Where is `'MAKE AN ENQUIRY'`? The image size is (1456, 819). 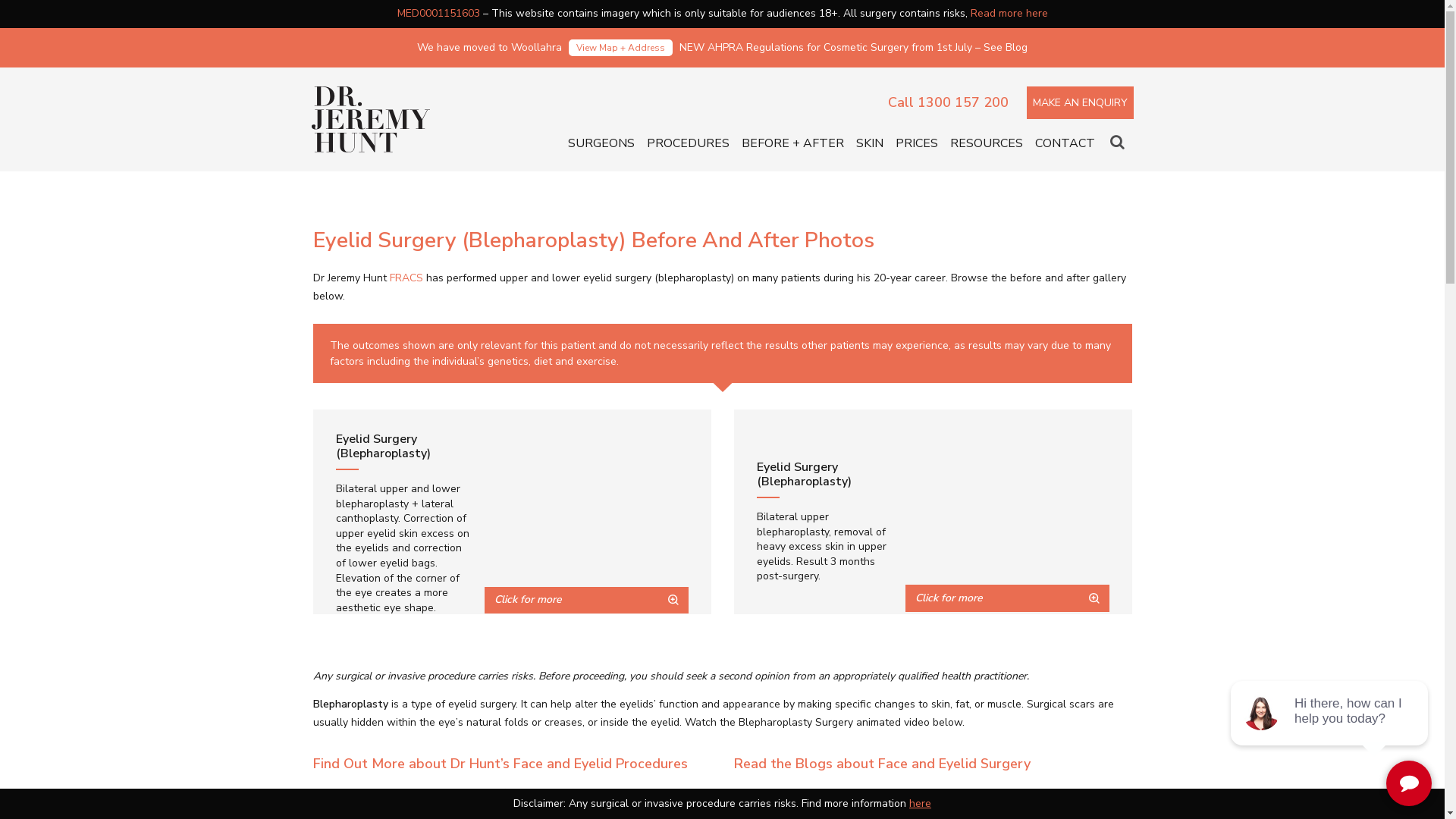
'MAKE AN ENQUIRY' is located at coordinates (1079, 102).